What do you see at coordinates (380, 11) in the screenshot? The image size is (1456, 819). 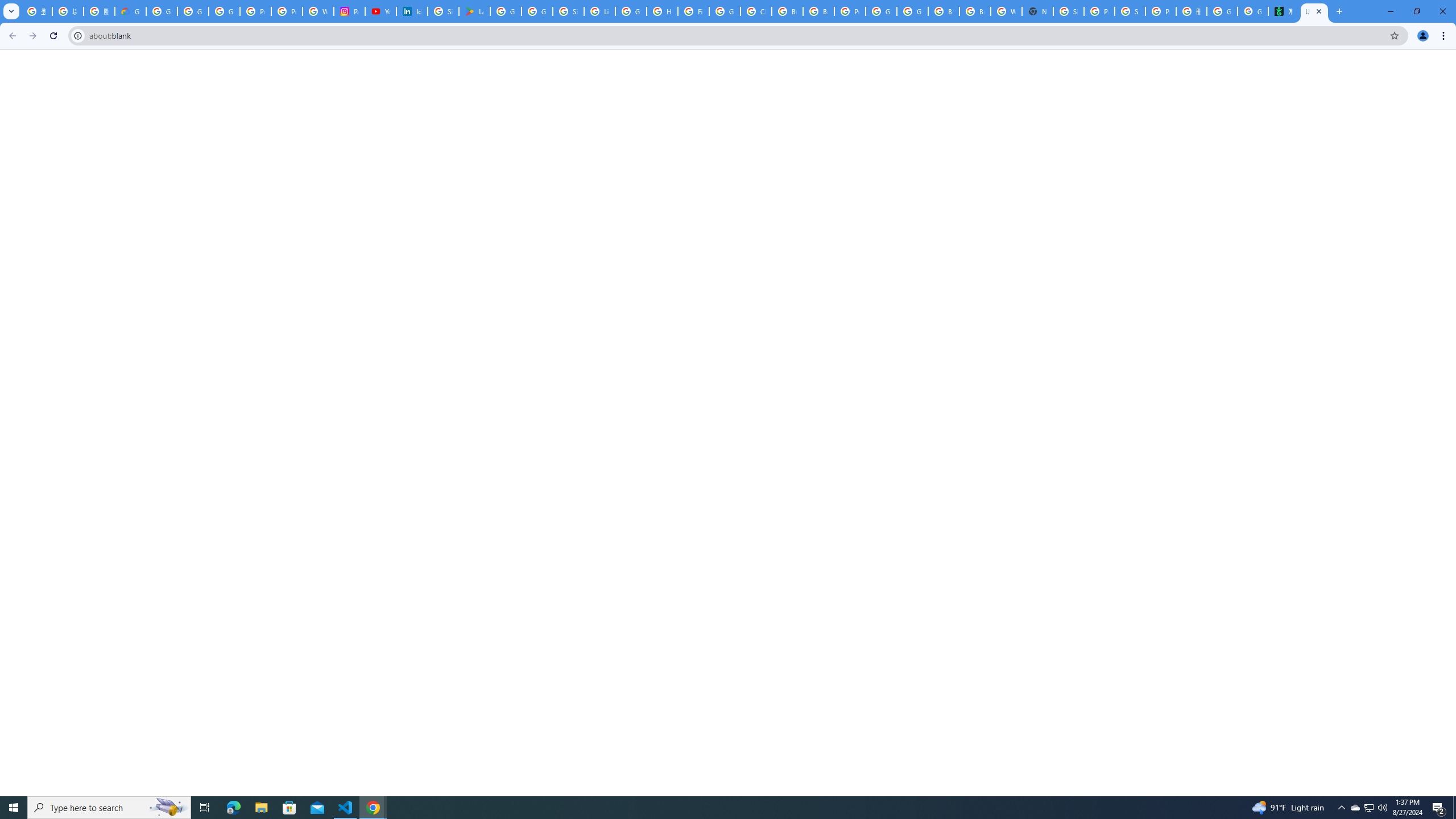 I see `'YouTube Culture & Trends - On The Rise: Handcam Videos'` at bounding box center [380, 11].